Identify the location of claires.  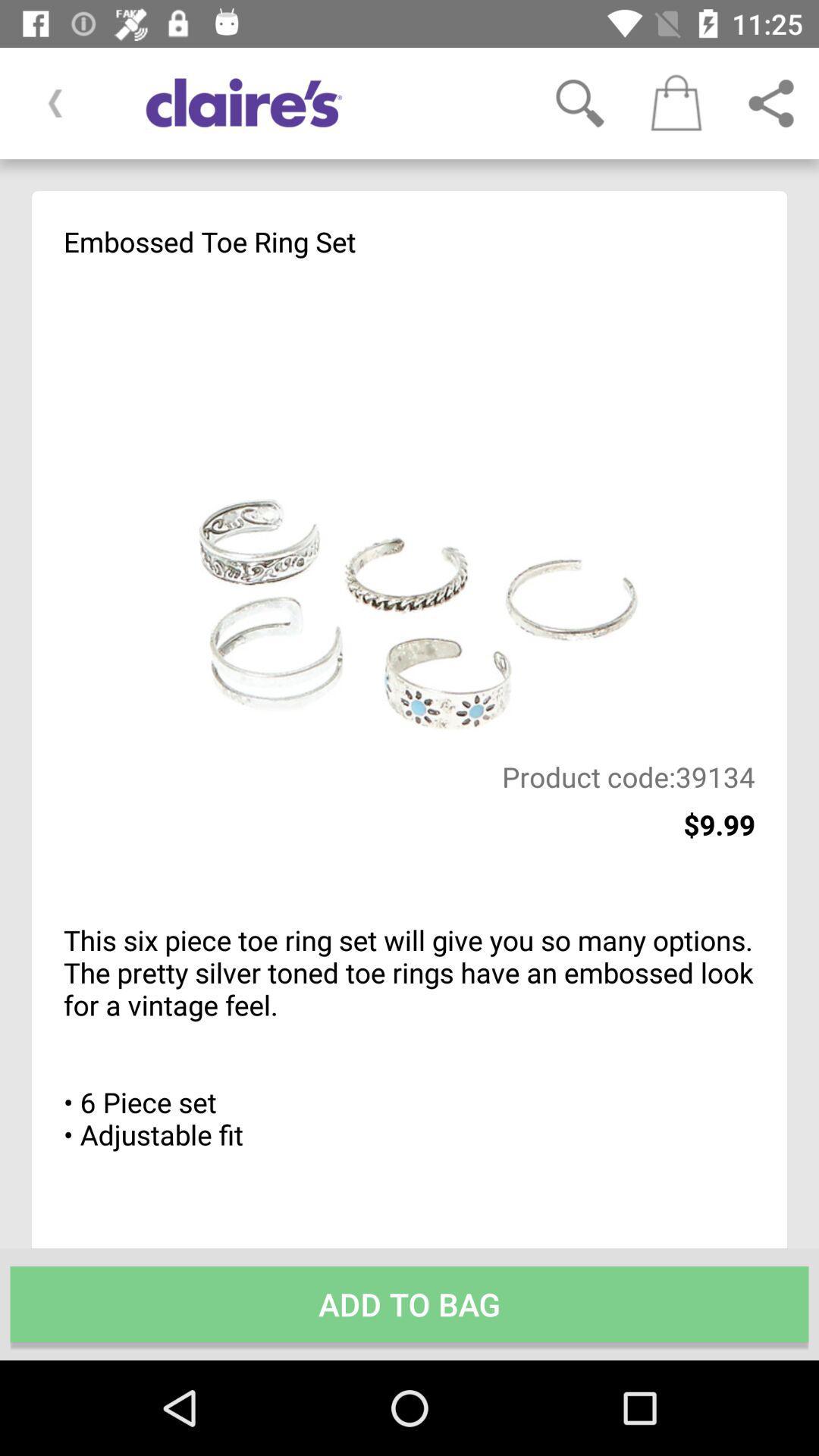
(321, 102).